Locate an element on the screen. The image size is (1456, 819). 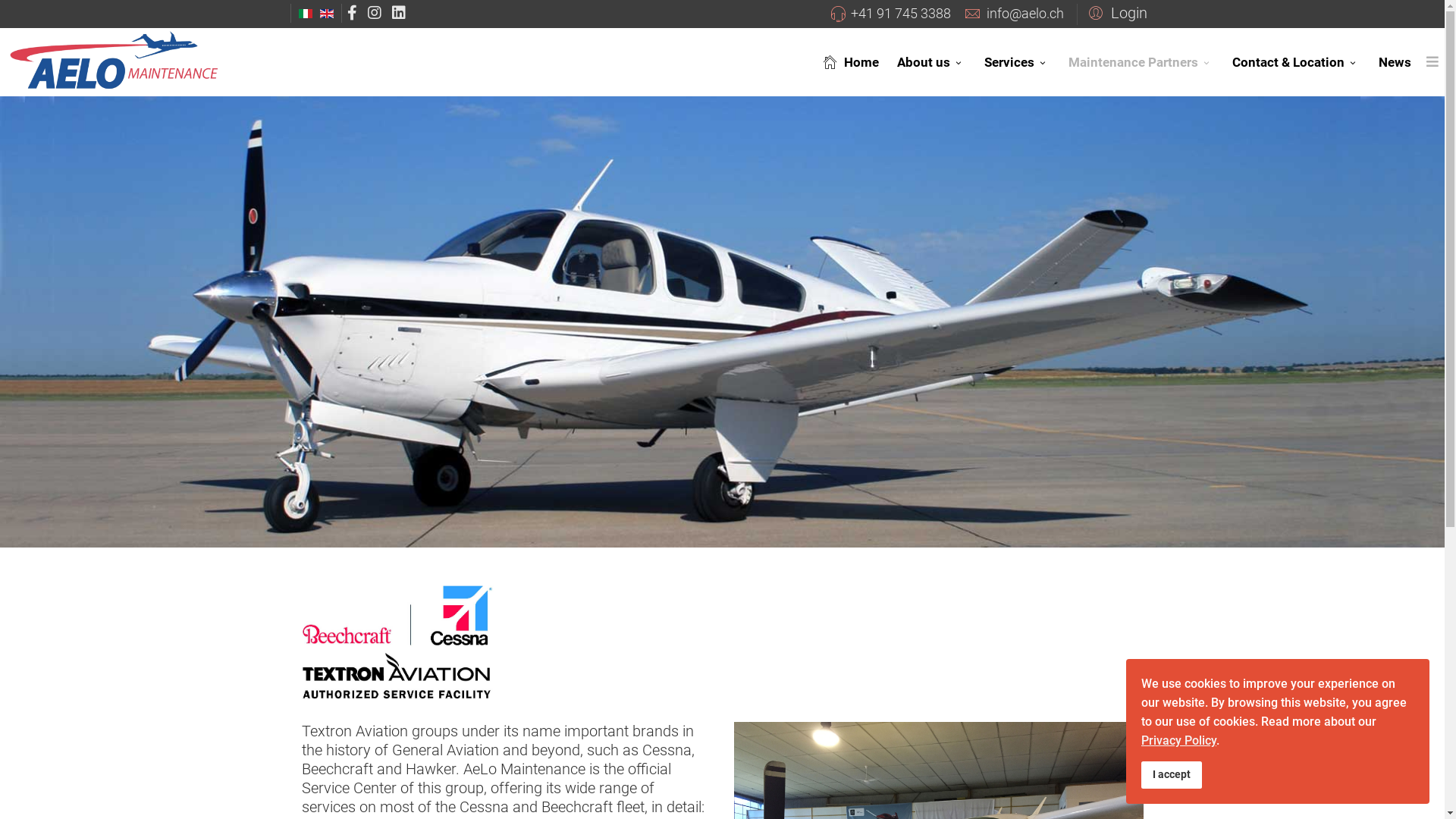
'Maintenance Partners' is located at coordinates (1058, 61).